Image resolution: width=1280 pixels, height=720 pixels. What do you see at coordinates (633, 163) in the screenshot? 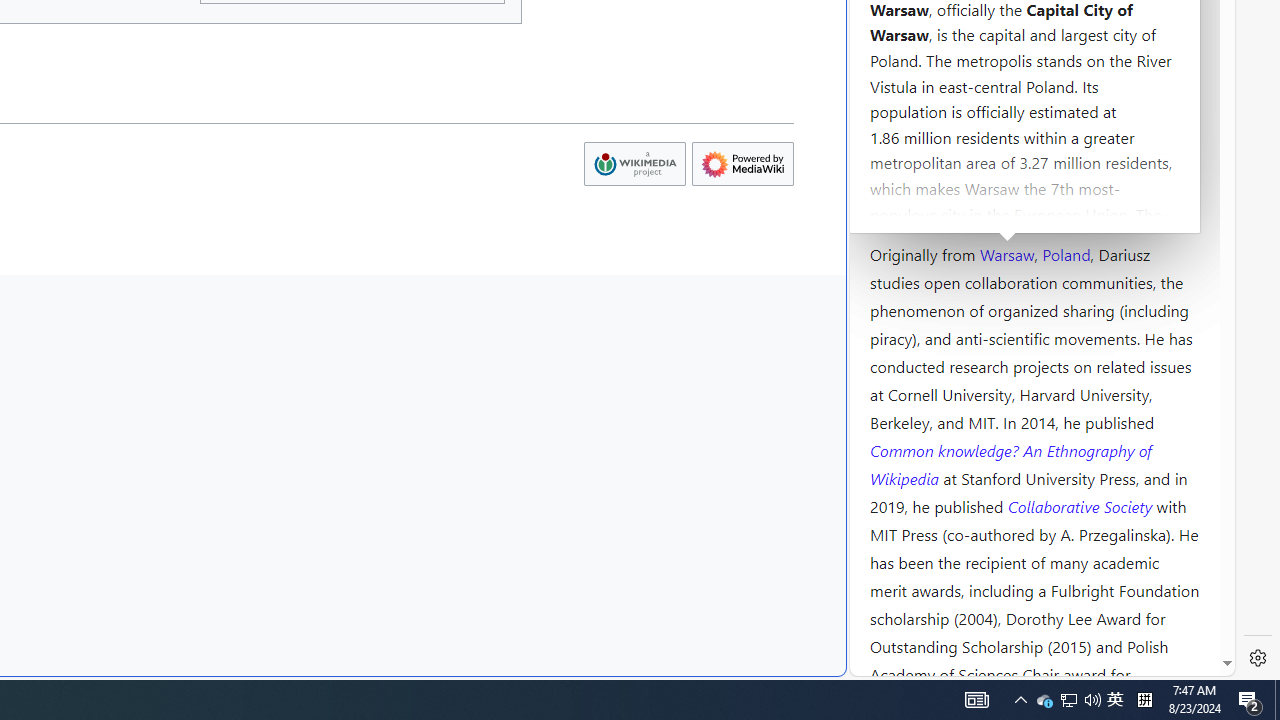
I see `'Wikimedia Foundation'` at bounding box center [633, 163].